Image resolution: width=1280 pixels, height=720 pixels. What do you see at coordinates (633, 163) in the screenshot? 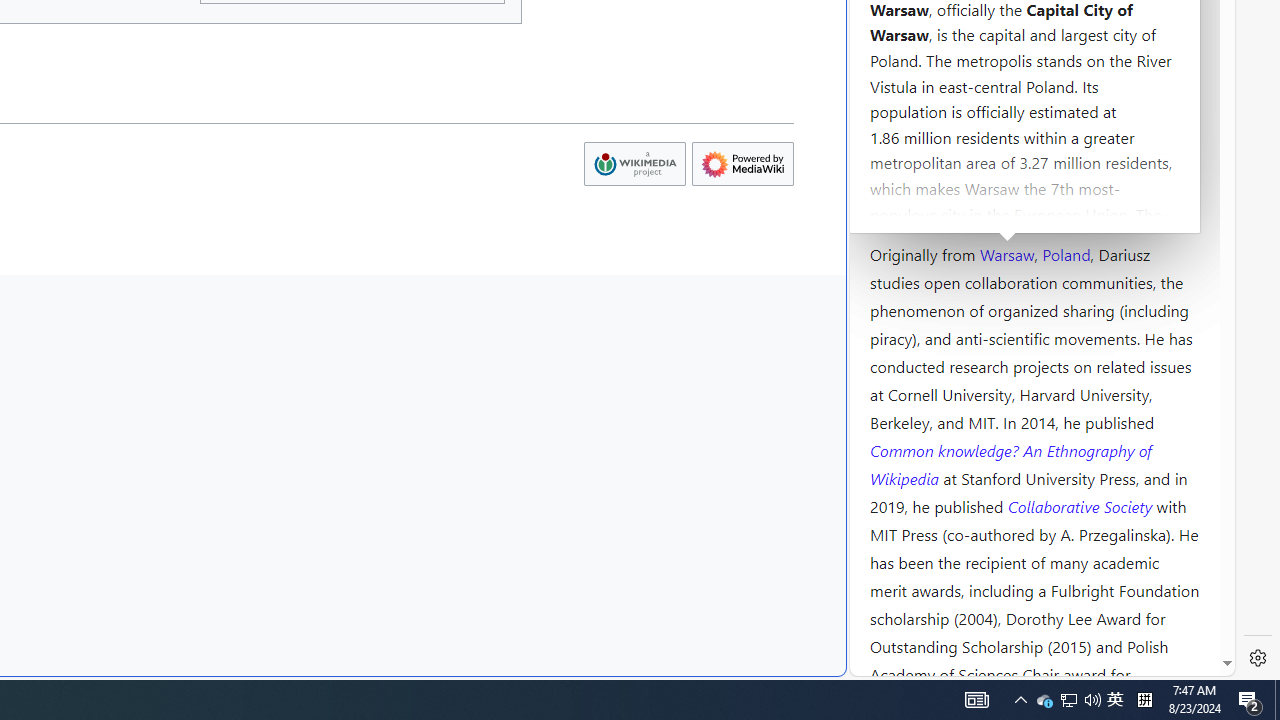
I see `'Wikimedia Foundation'` at bounding box center [633, 163].